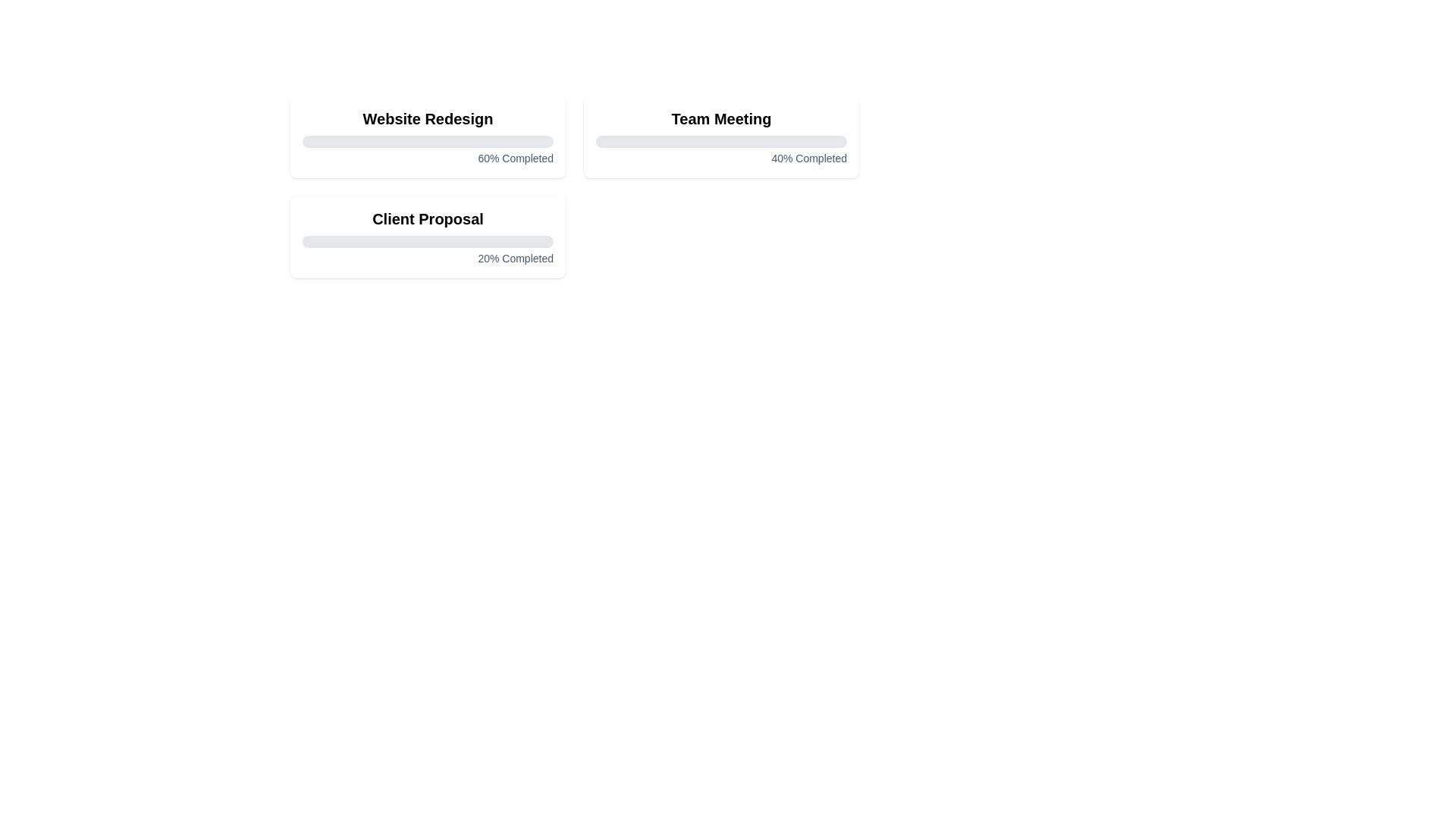 The width and height of the screenshot is (1456, 819). I want to click on the task title Website Redesign to select it, so click(427, 118).